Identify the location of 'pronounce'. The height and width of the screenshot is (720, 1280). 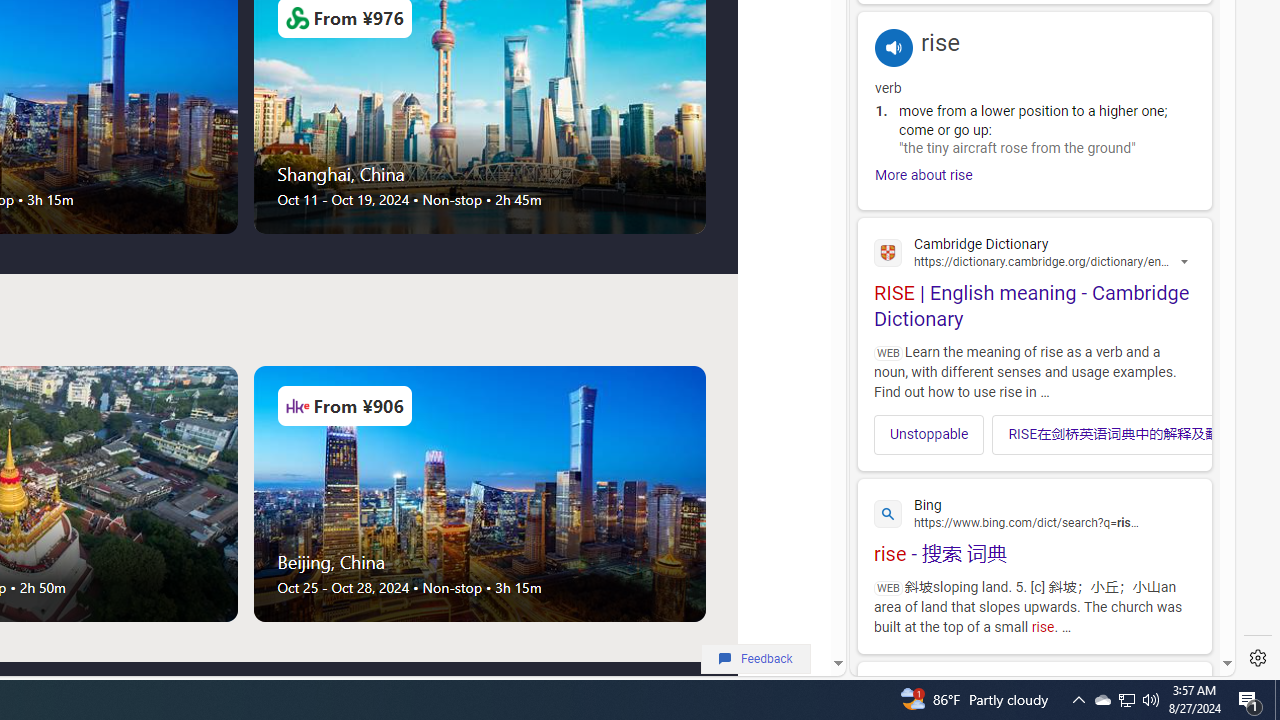
(893, 46).